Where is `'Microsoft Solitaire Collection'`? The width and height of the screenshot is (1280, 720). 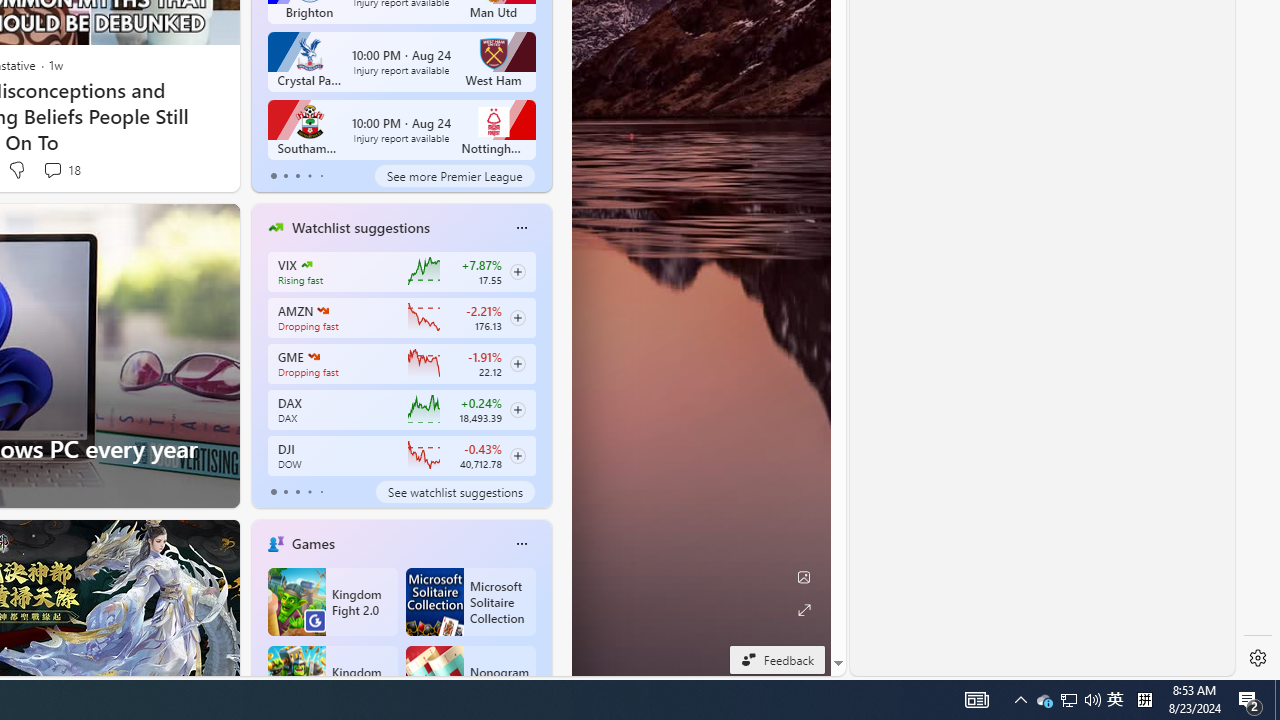 'Microsoft Solitaire Collection' is located at coordinates (469, 600).